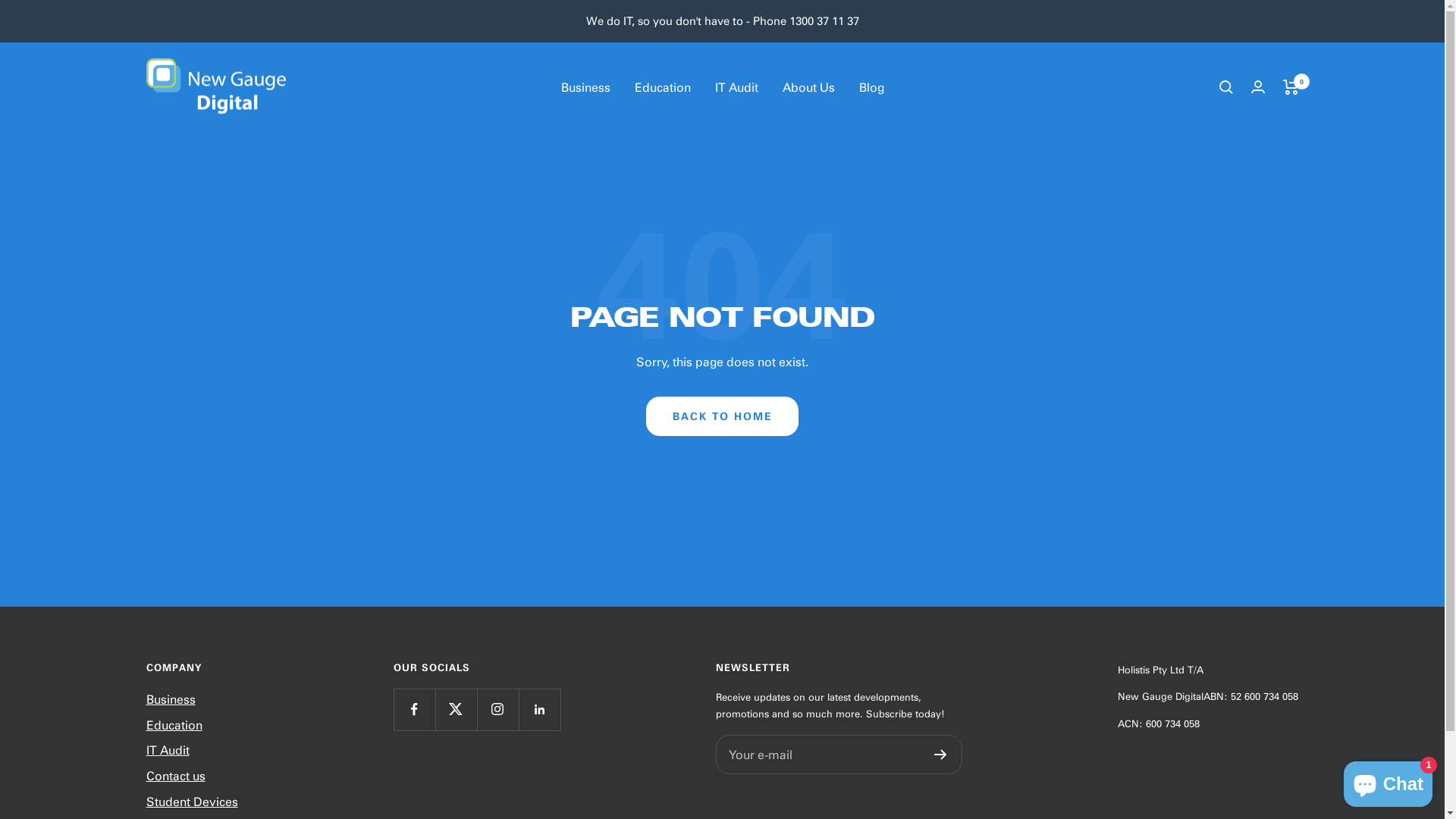 The image size is (1456, 819). What do you see at coordinates (215, 87) in the screenshot?
I see `'New Gauge Digital'` at bounding box center [215, 87].